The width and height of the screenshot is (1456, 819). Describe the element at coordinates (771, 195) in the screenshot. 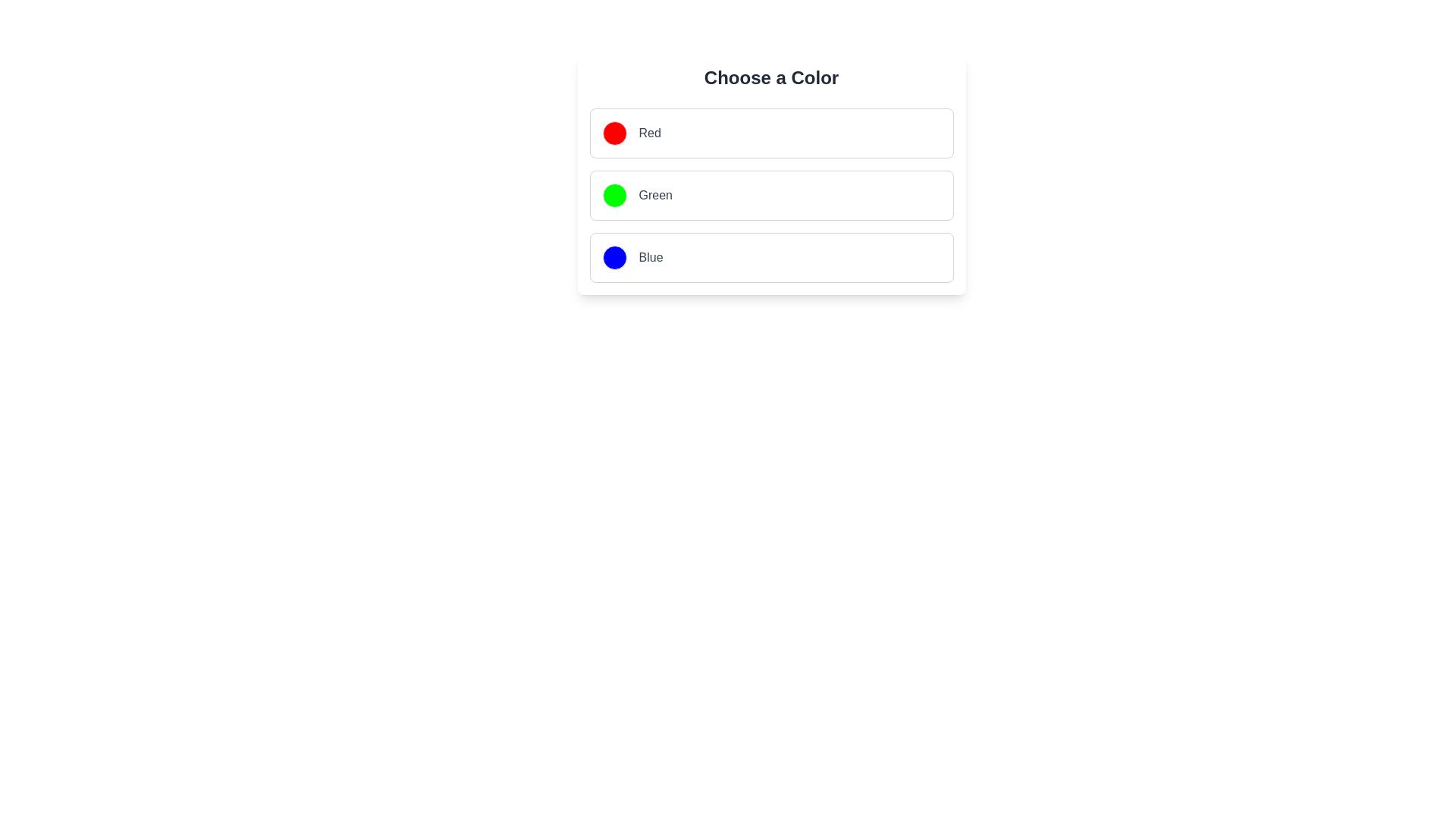

I see `the 'Green' radio button, which is the second option in a vertical group of radio buttons labeled 'Red' above and 'Blue' below` at that location.